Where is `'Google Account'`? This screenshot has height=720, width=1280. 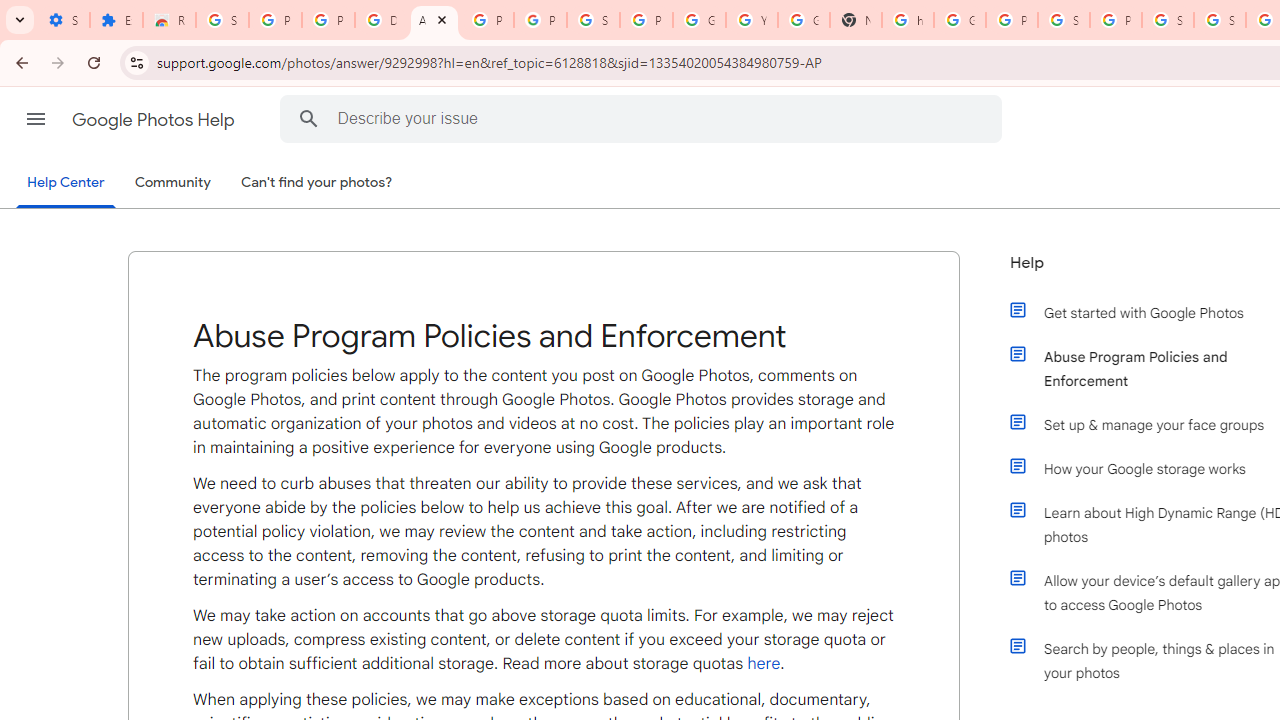 'Google Account' is located at coordinates (699, 20).